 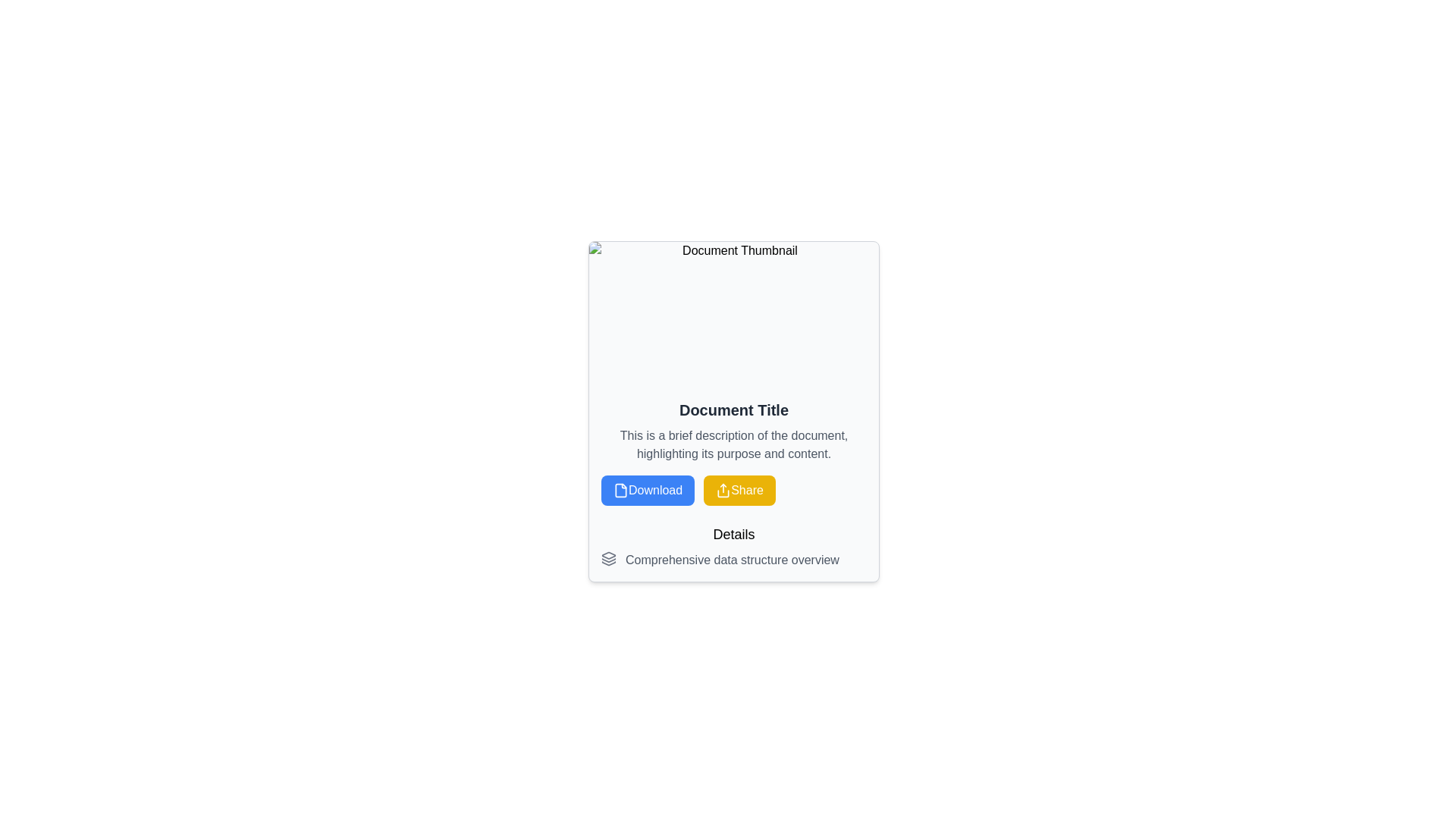 I want to click on text element that reads 'Comprehensive data structure overview.' which is accompanied by an icon resembling stacked layers, located below the 'Details' header, so click(x=734, y=560).